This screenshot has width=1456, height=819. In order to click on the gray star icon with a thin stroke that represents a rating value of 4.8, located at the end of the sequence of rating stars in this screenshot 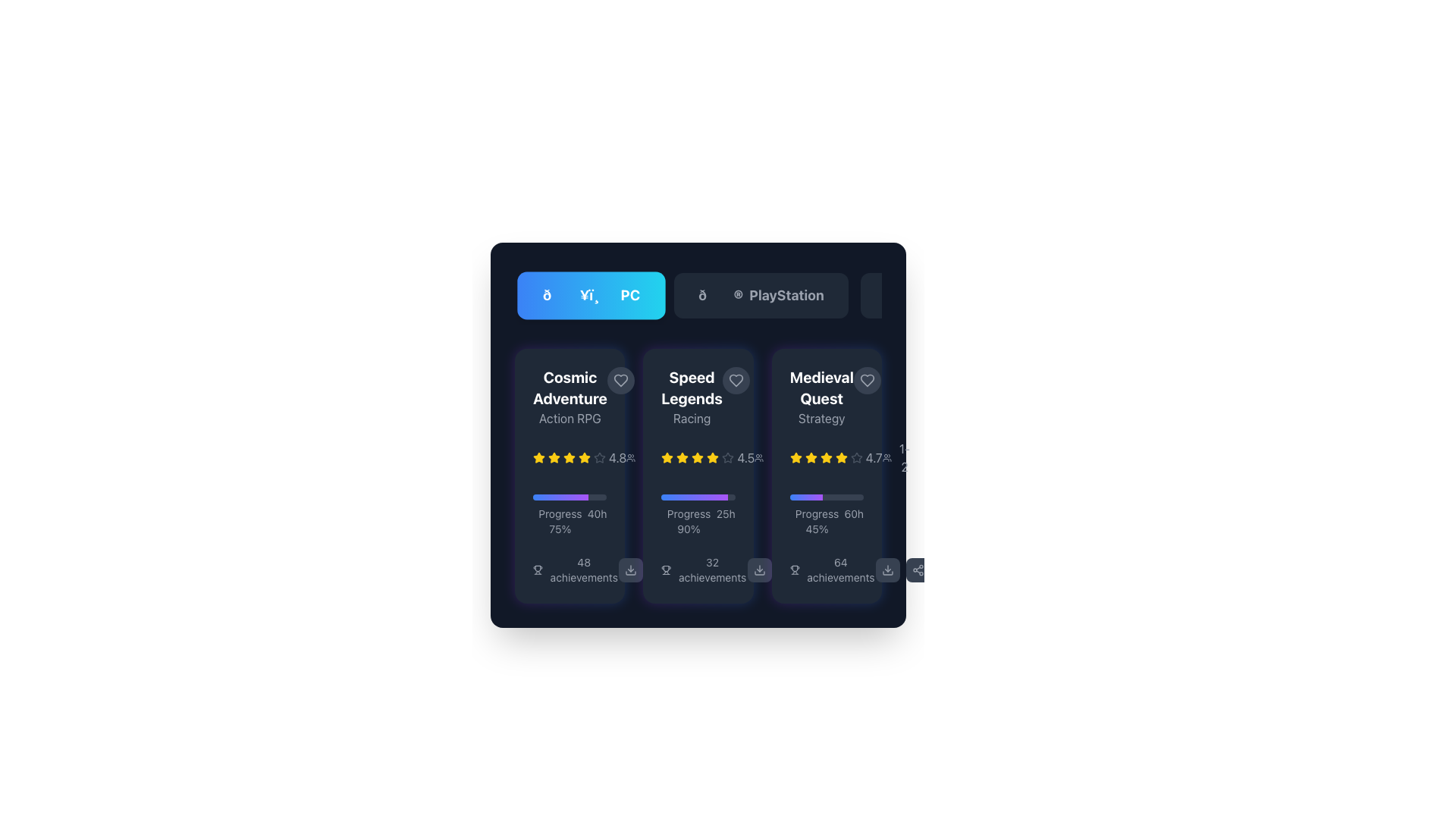, I will do `click(599, 457)`.